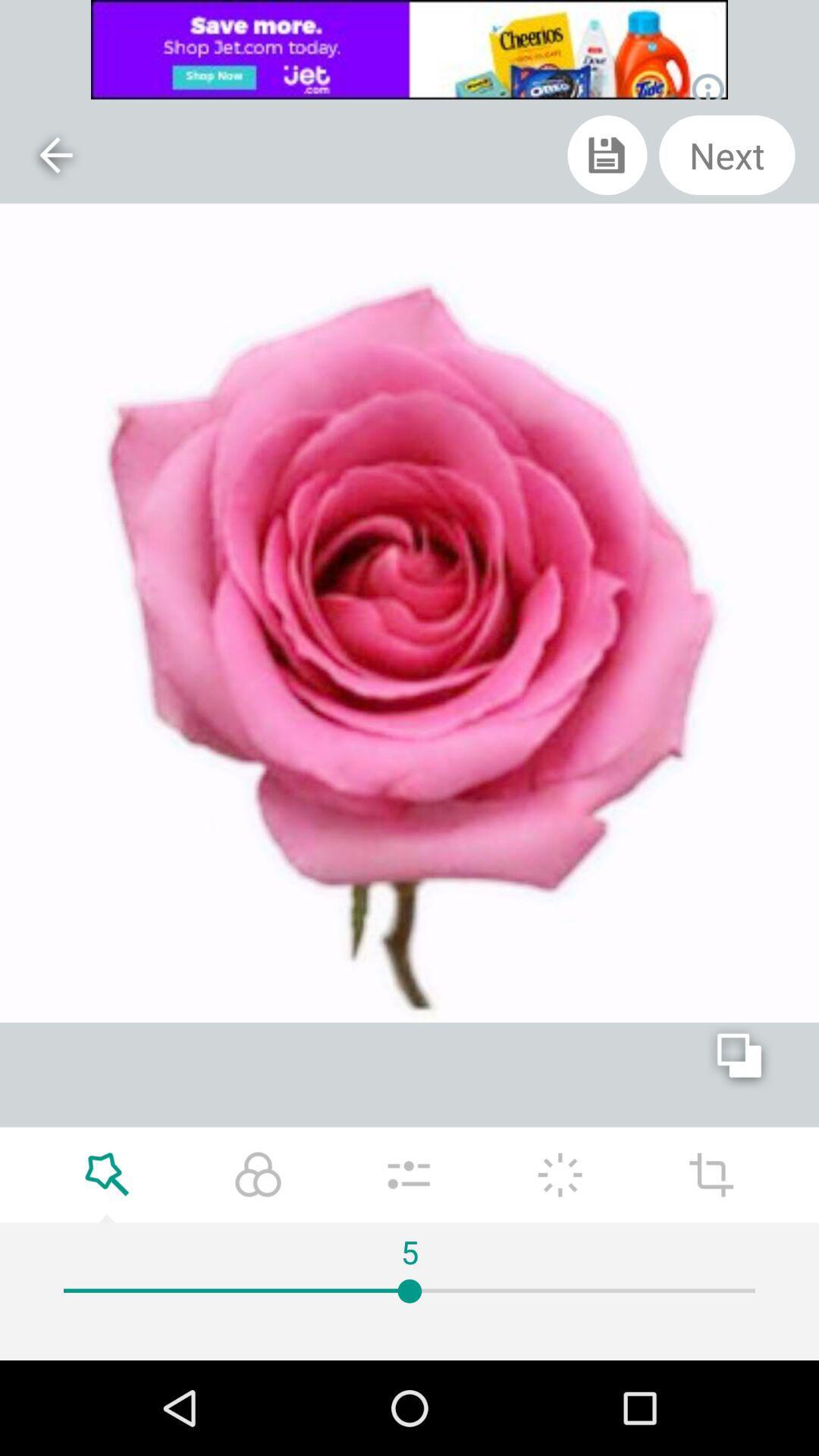 The image size is (819, 1456). Describe the element at coordinates (711, 1175) in the screenshot. I see `first button which is at bottom right corner of the page` at that location.